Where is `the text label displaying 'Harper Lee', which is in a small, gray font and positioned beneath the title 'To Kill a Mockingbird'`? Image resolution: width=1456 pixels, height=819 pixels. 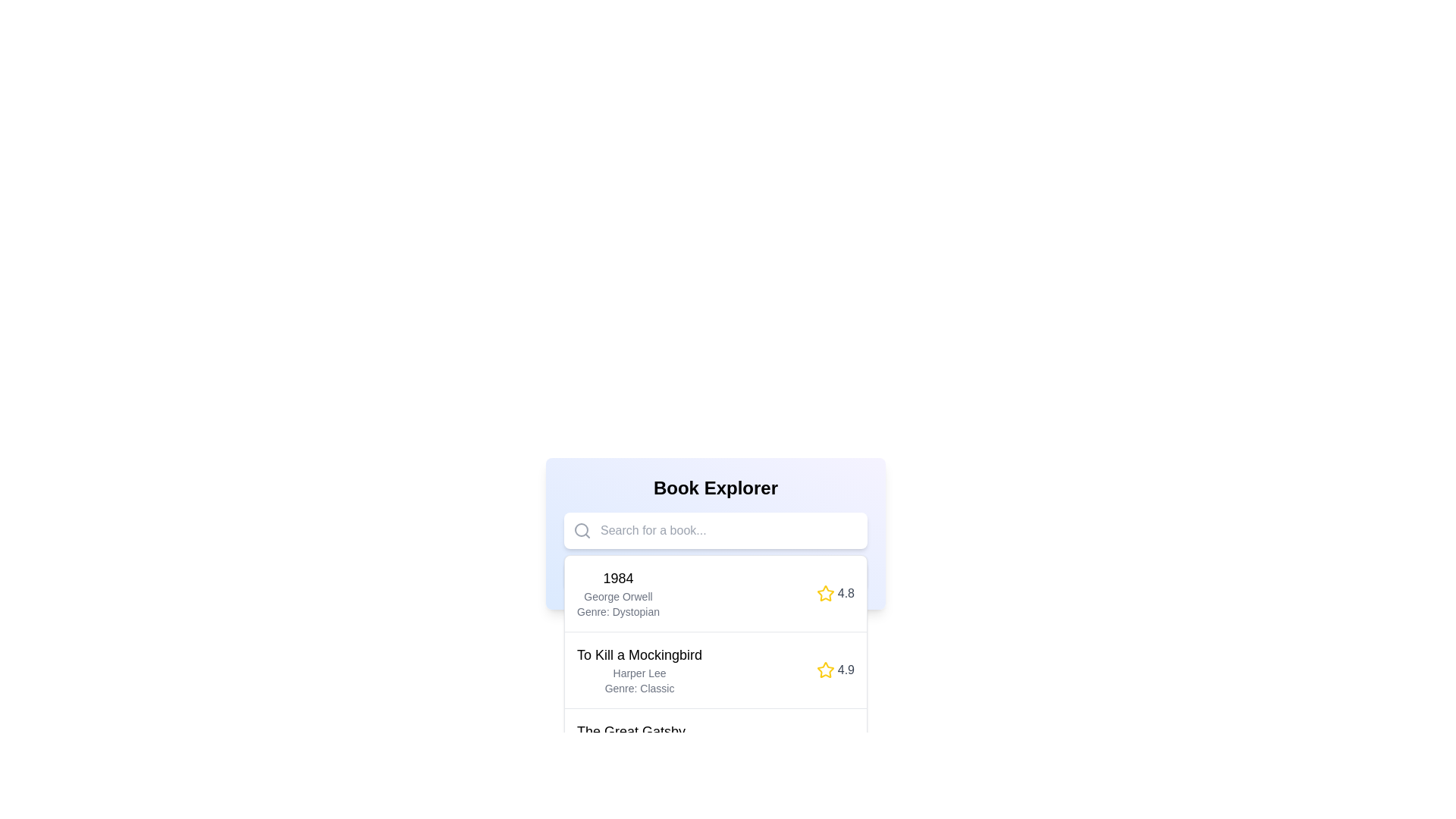
the text label displaying 'Harper Lee', which is in a small, gray font and positioned beneath the title 'To Kill a Mockingbird' is located at coordinates (639, 672).